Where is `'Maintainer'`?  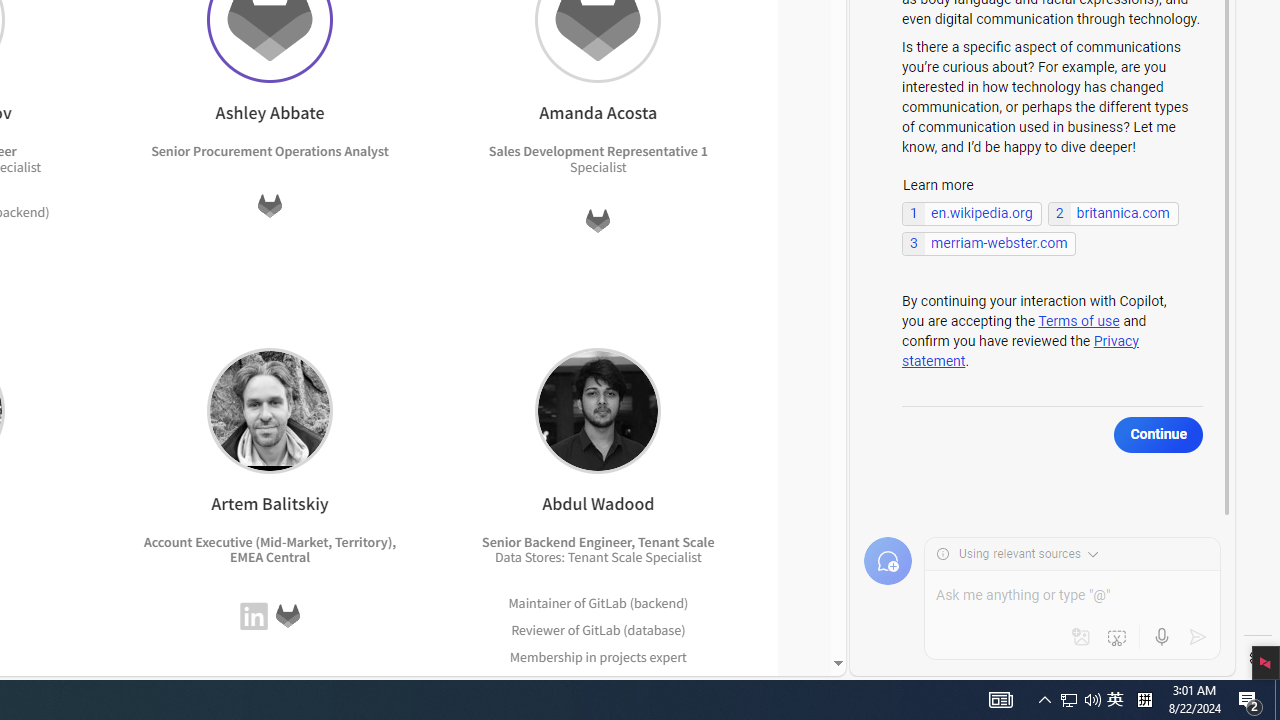
'Maintainer' is located at coordinates (540, 601).